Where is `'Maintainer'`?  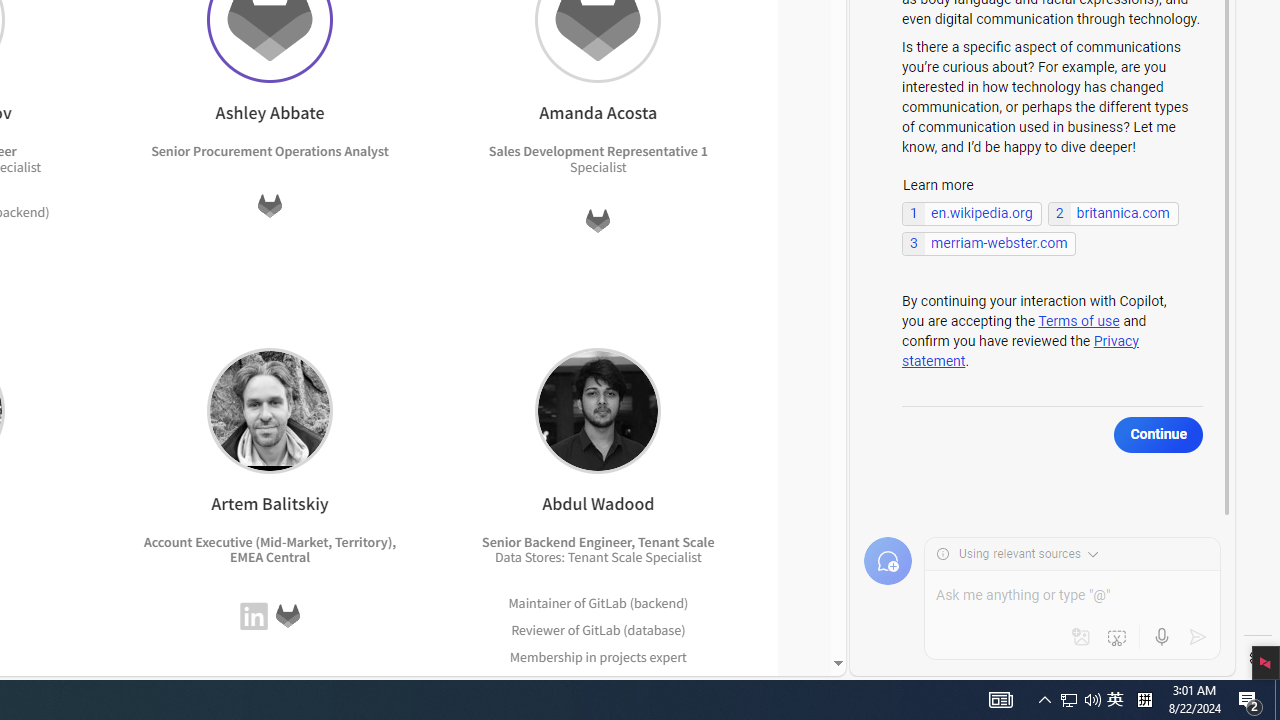
'Maintainer' is located at coordinates (540, 601).